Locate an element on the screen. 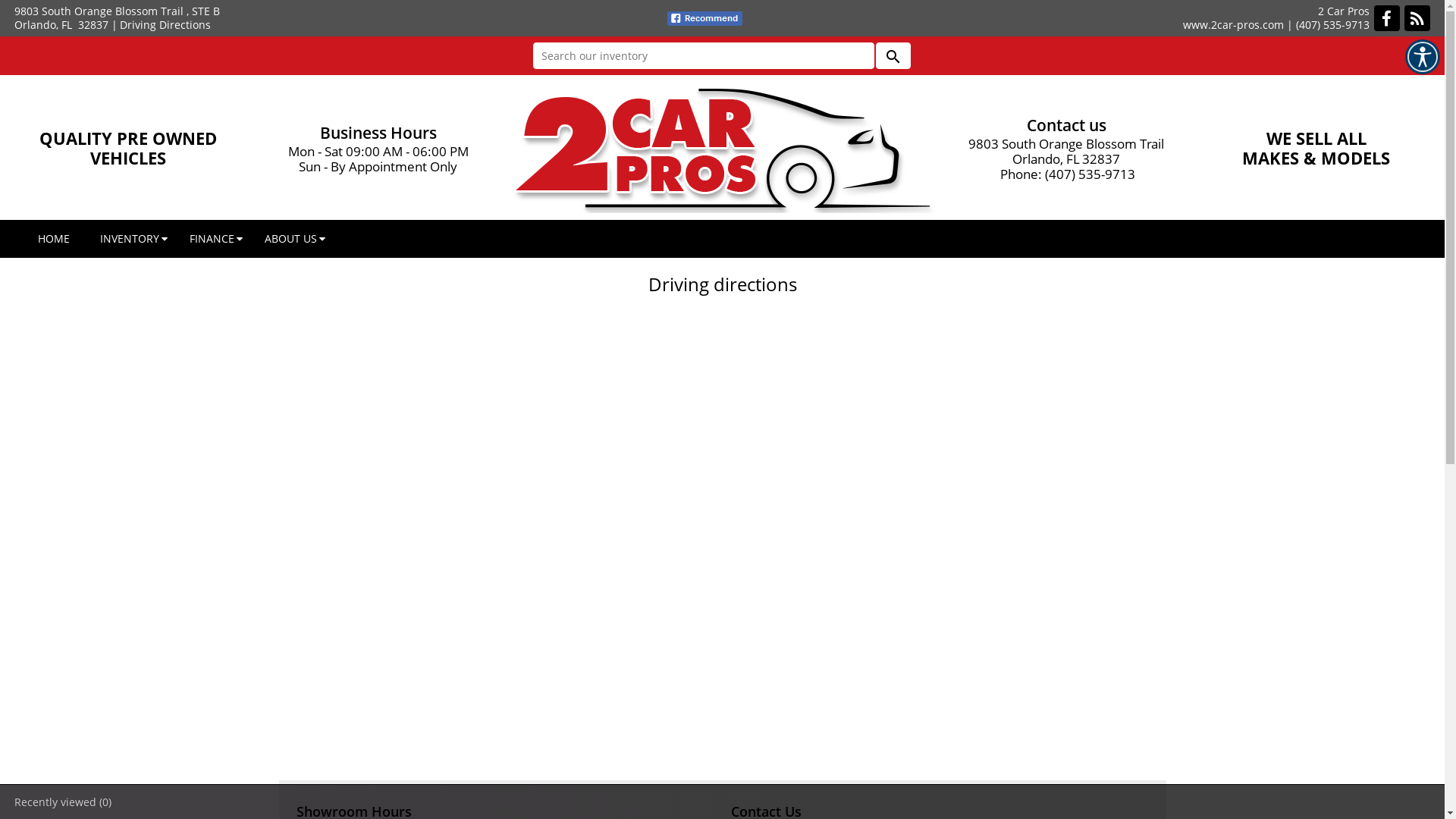 This screenshot has height=819, width=1456. 'Directions' is located at coordinates (721, 535).